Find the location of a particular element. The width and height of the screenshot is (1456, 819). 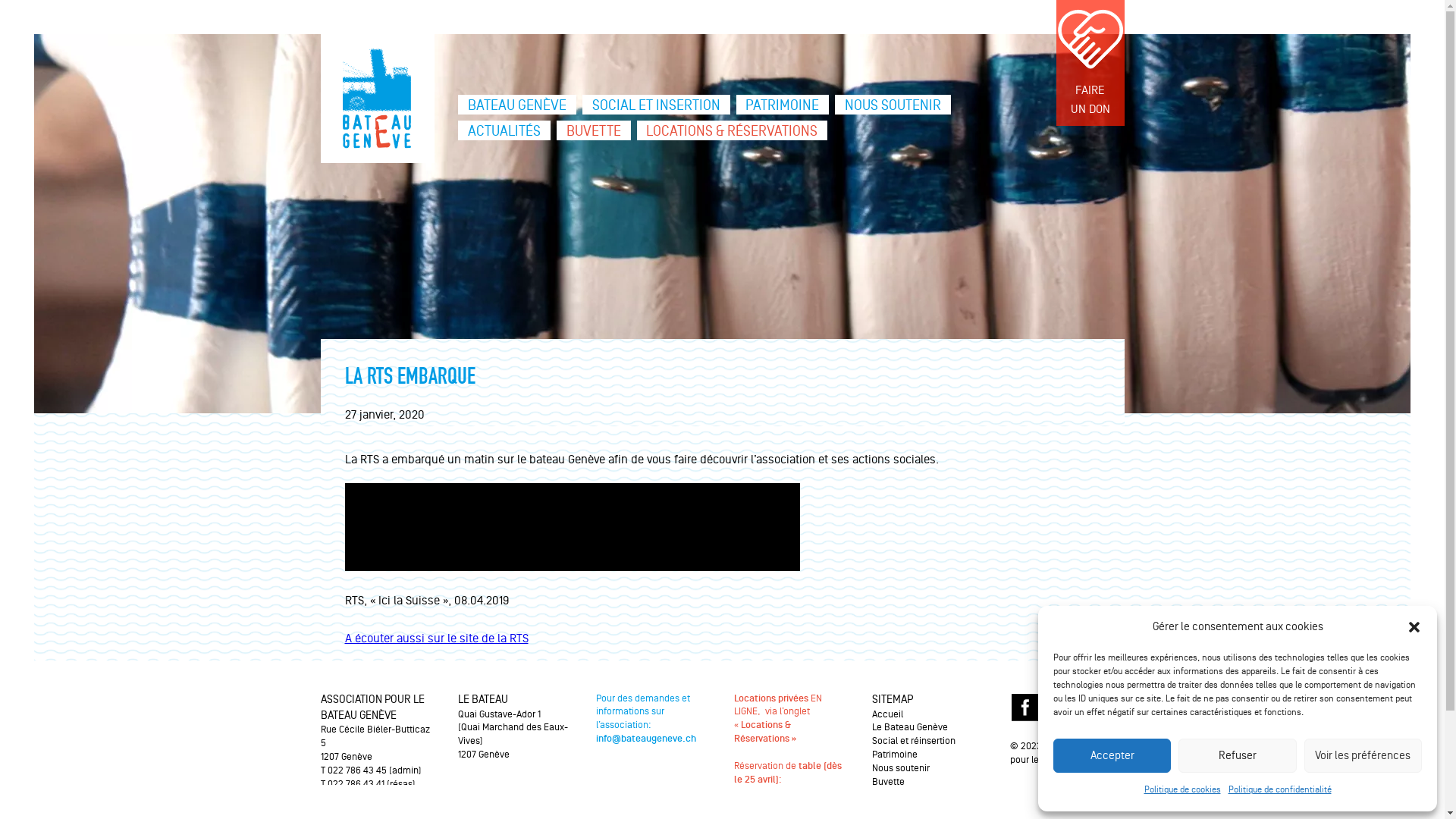

'PATRIMOINE' is located at coordinates (783, 104).